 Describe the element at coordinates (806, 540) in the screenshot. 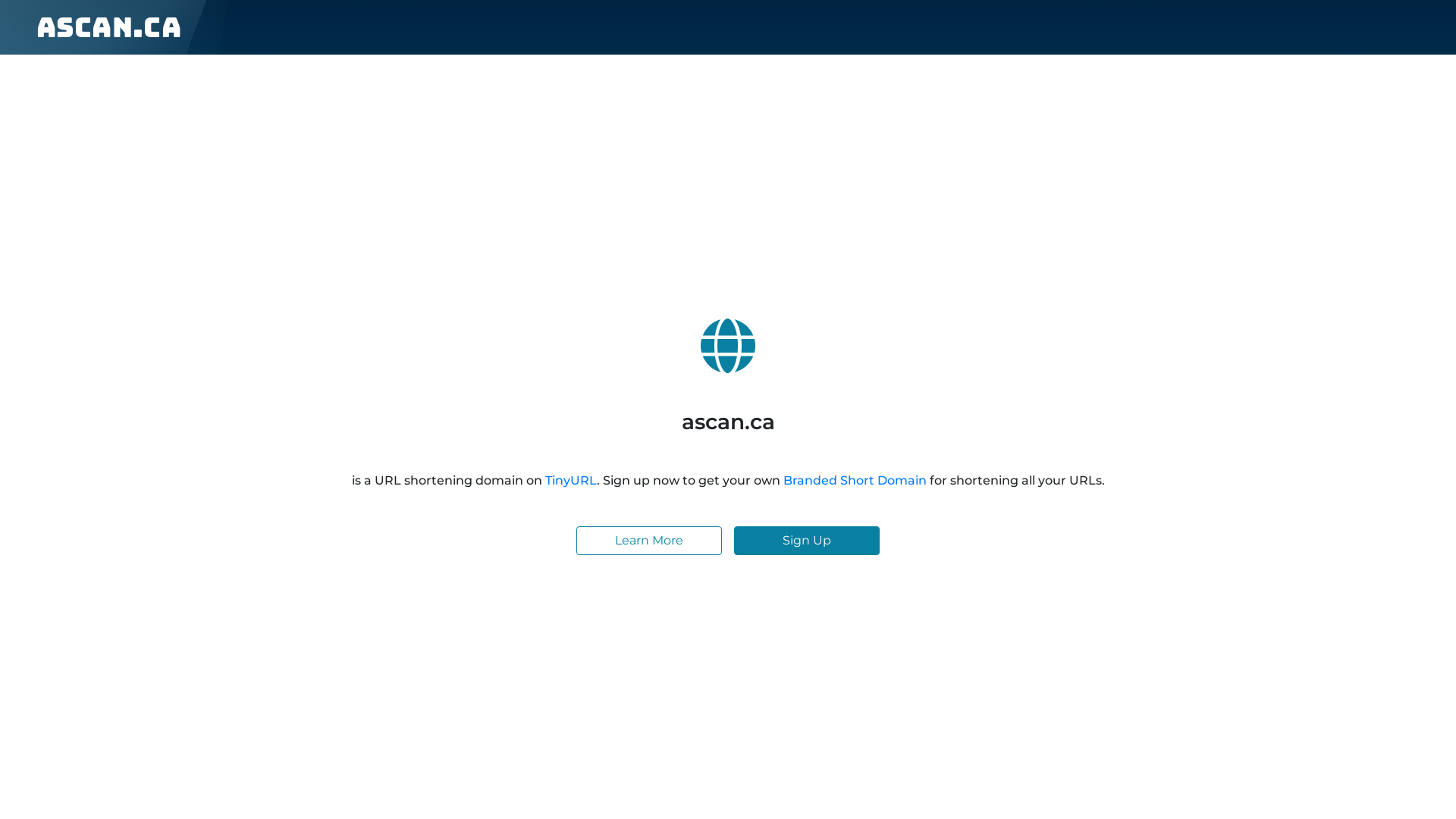

I see `'Sign Up'` at that location.